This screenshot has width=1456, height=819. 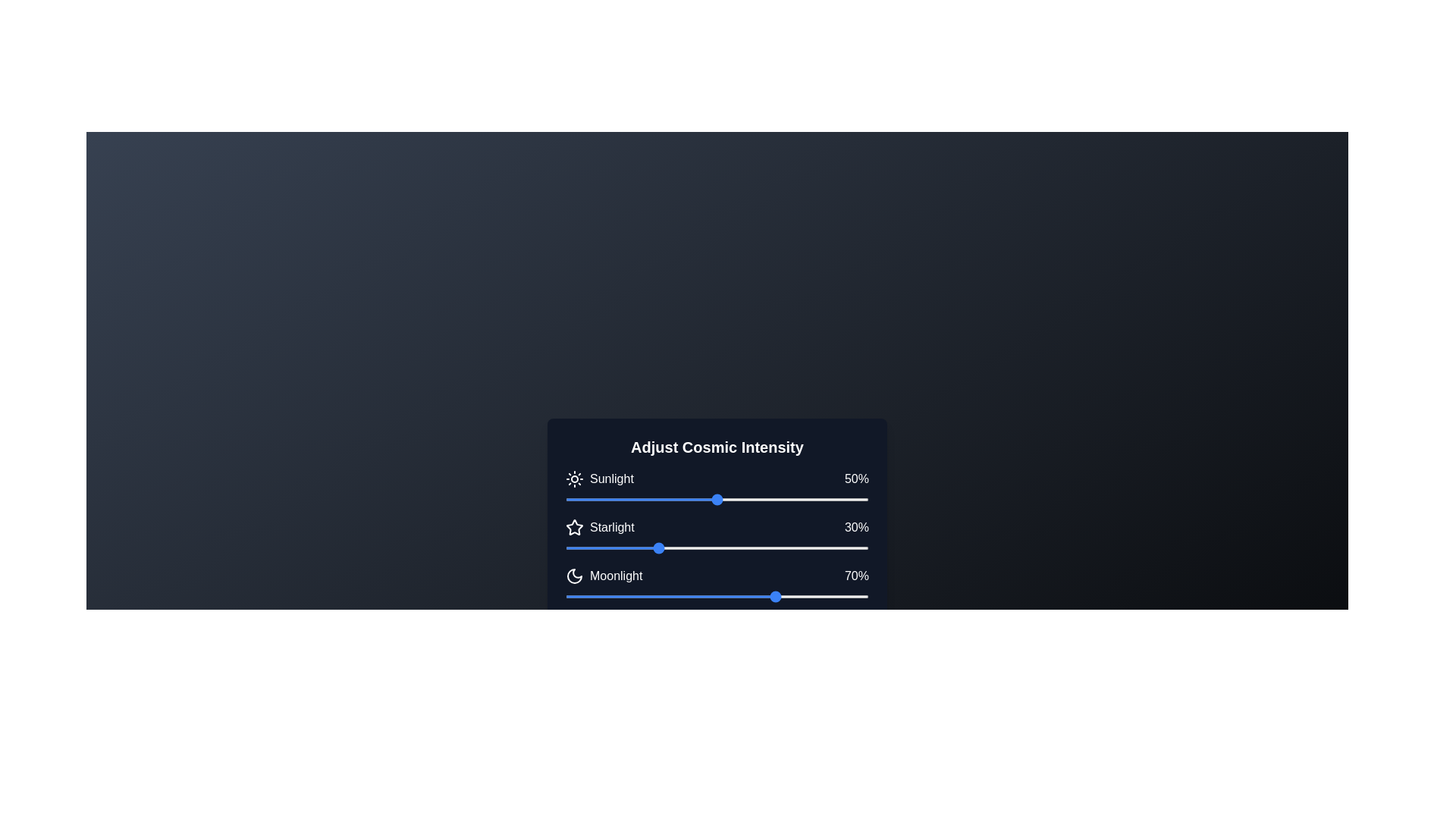 What do you see at coordinates (588, 500) in the screenshot?
I see `the 'Sunlight' slider to 8% intensity` at bounding box center [588, 500].